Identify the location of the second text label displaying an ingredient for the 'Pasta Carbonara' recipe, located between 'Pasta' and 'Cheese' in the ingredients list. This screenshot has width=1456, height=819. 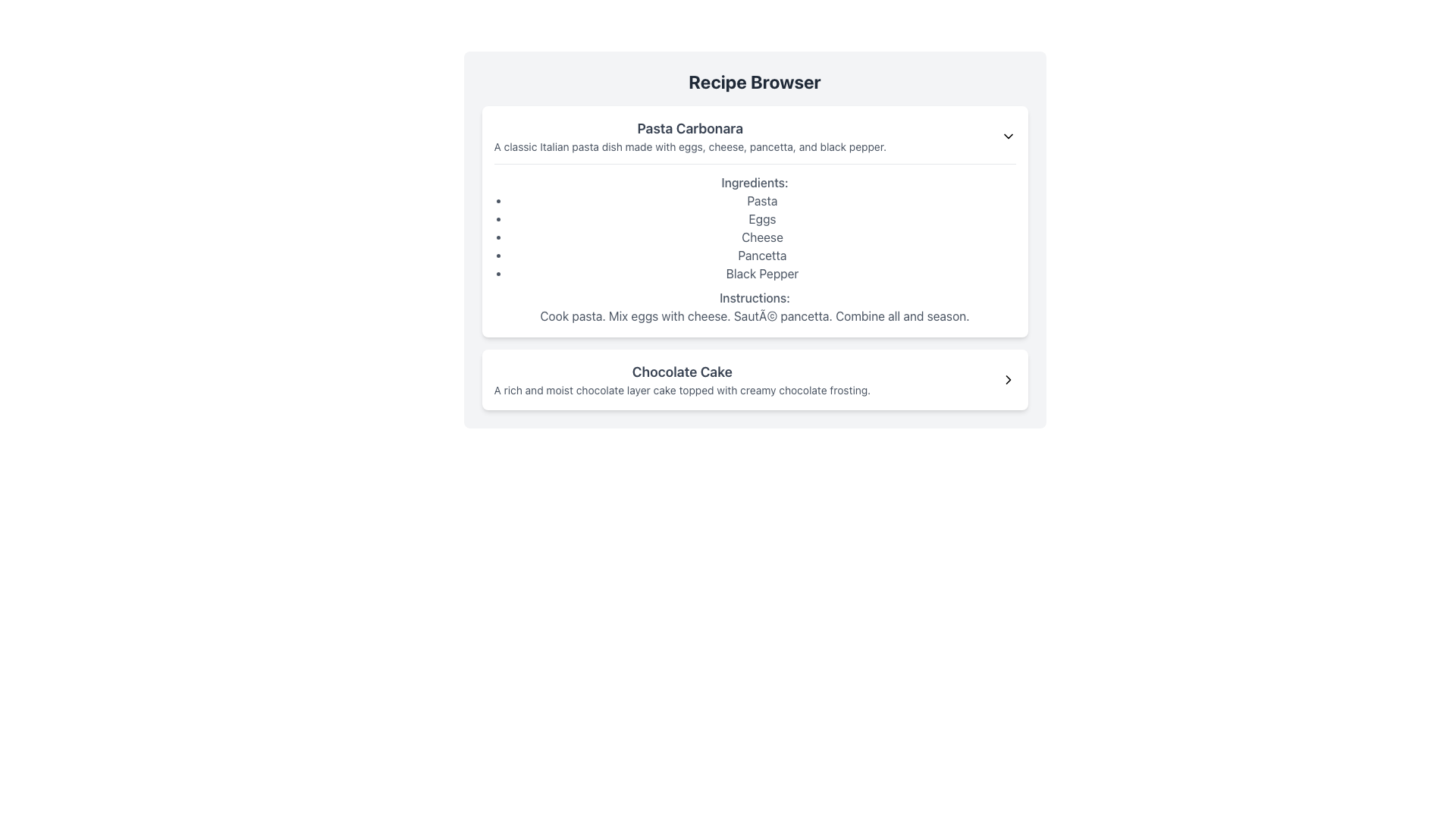
(762, 219).